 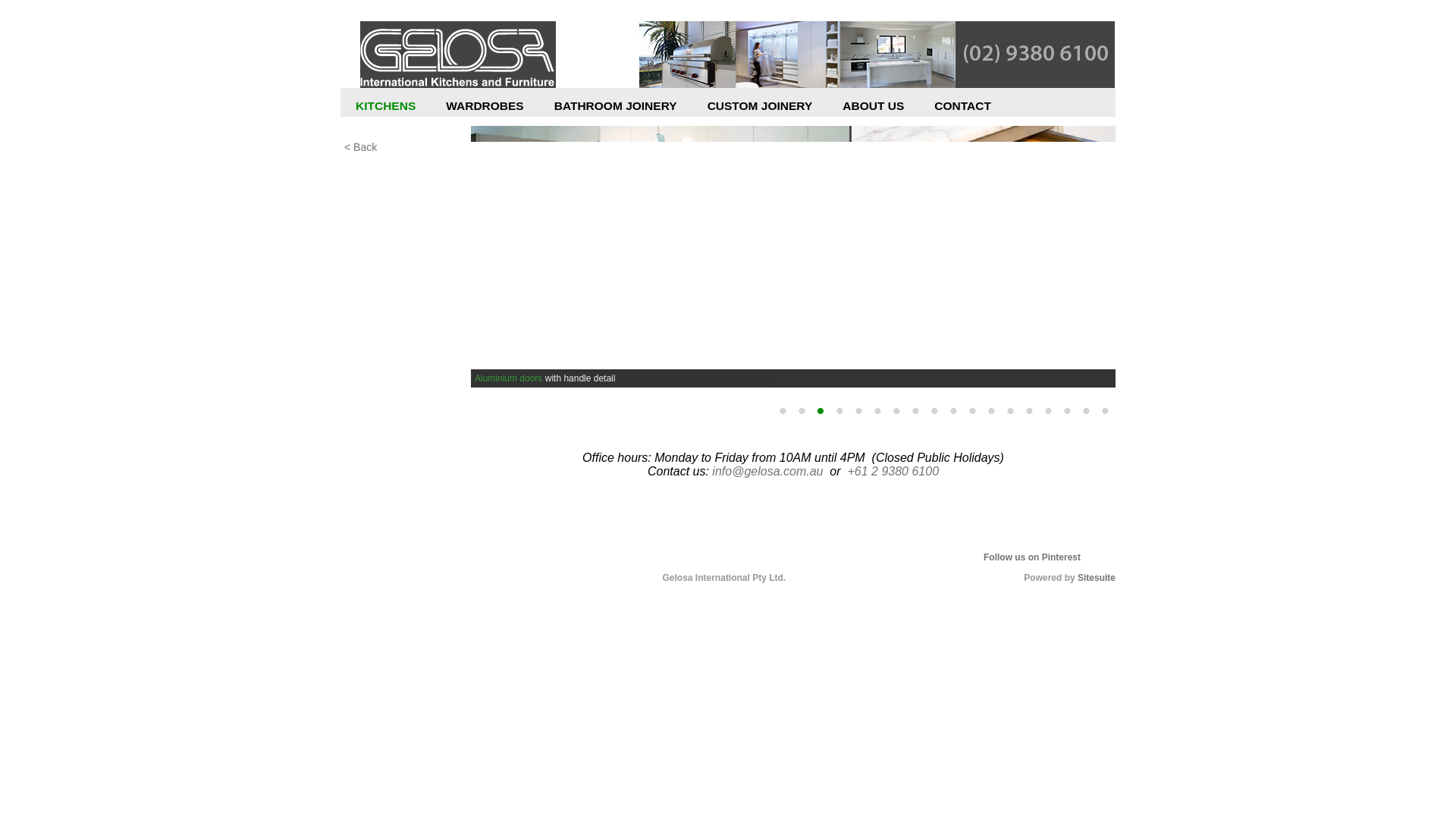 What do you see at coordinates (615, 109) in the screenshot?
I see `'BATHROOM JOINERY'` at bounding box center [615, 109].